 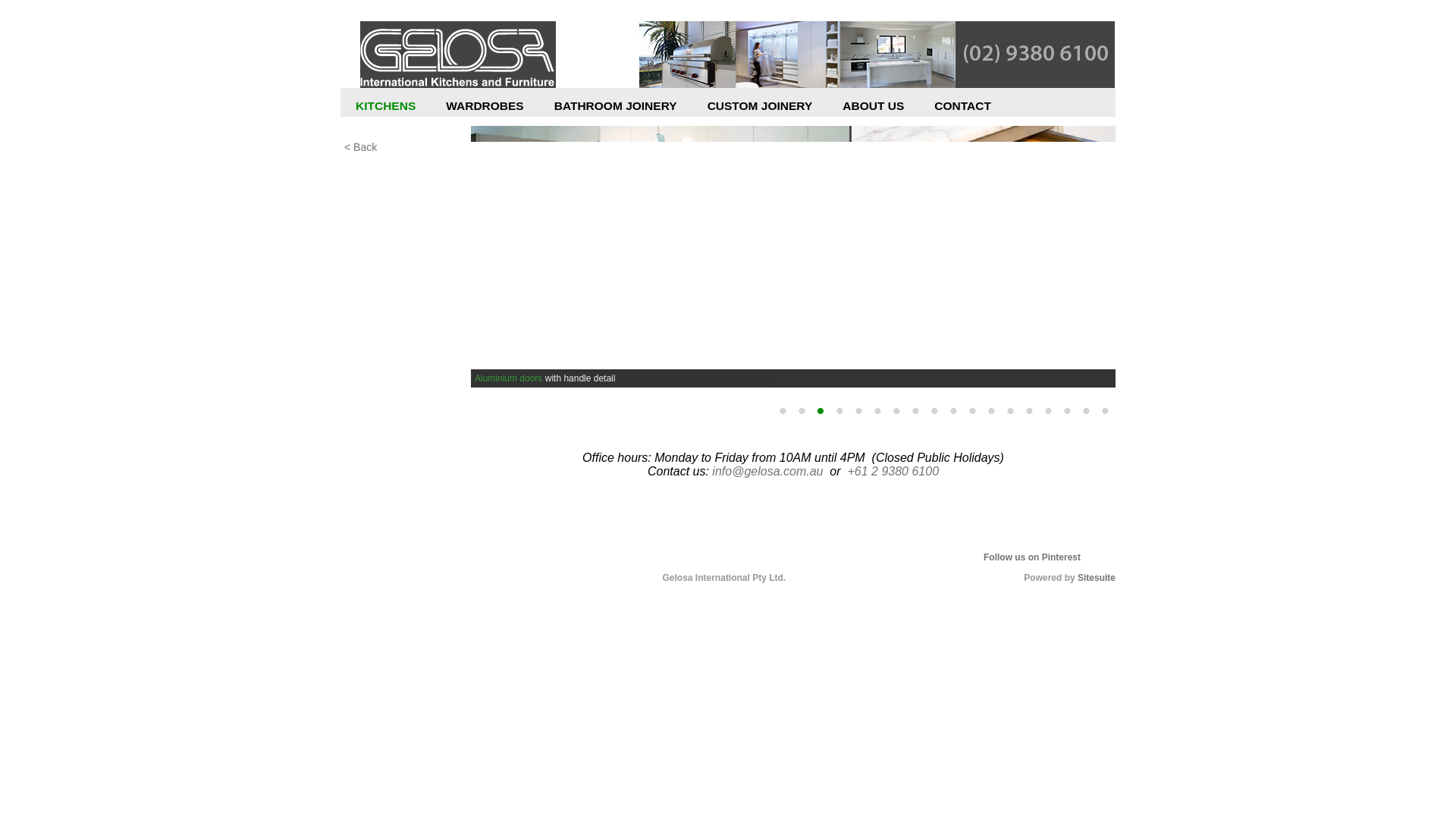 What do you see at coordinates (615, 109) in the screenshot?
I see `'BATHROOM JOINERY'` at bounding box center [615, 109].